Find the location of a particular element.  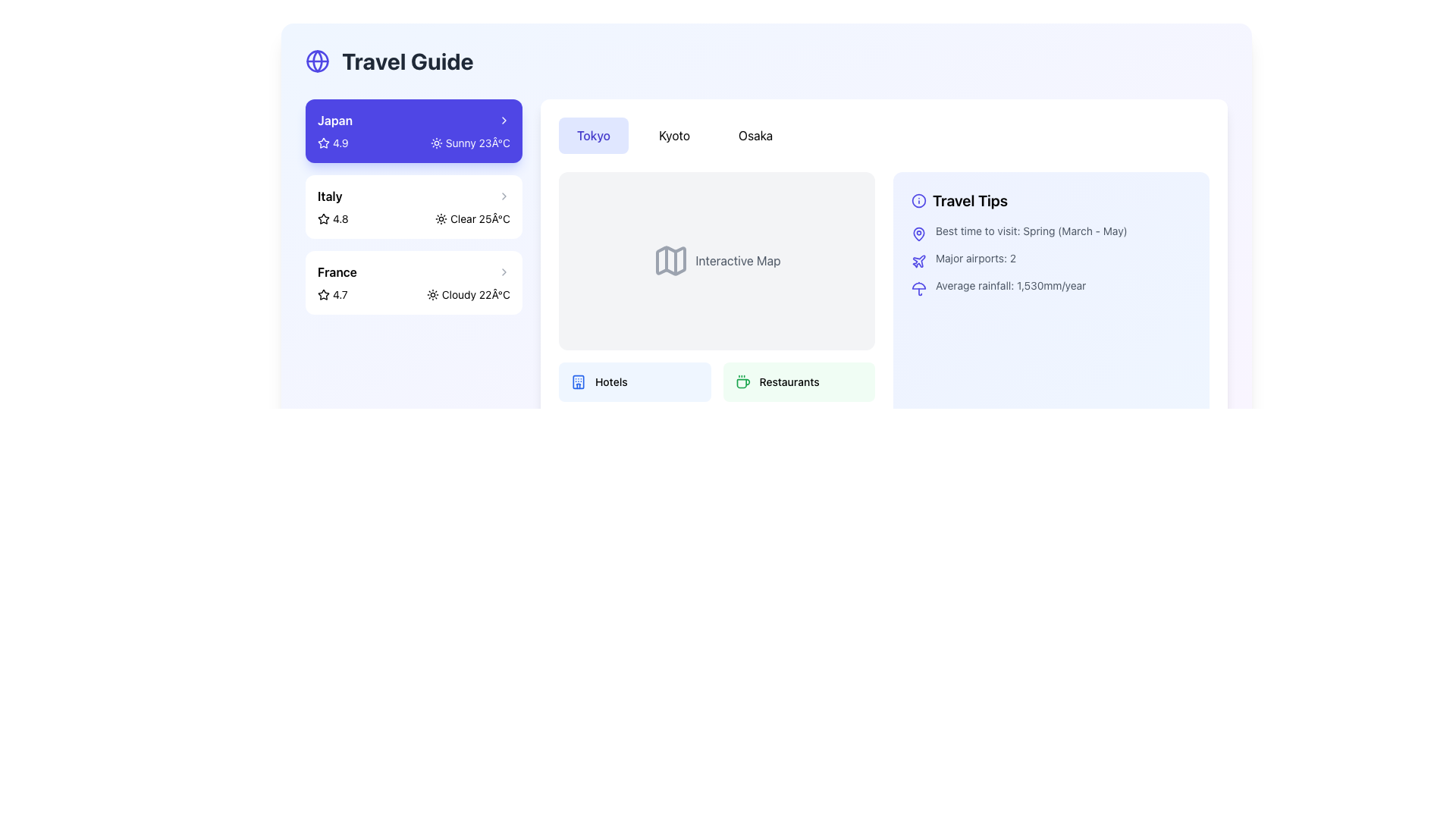

the coffee cup icon element, which is green and located to the left of the 'Restaurants' text in the bottom-right section of the interface is located at coordinates (742, 381).